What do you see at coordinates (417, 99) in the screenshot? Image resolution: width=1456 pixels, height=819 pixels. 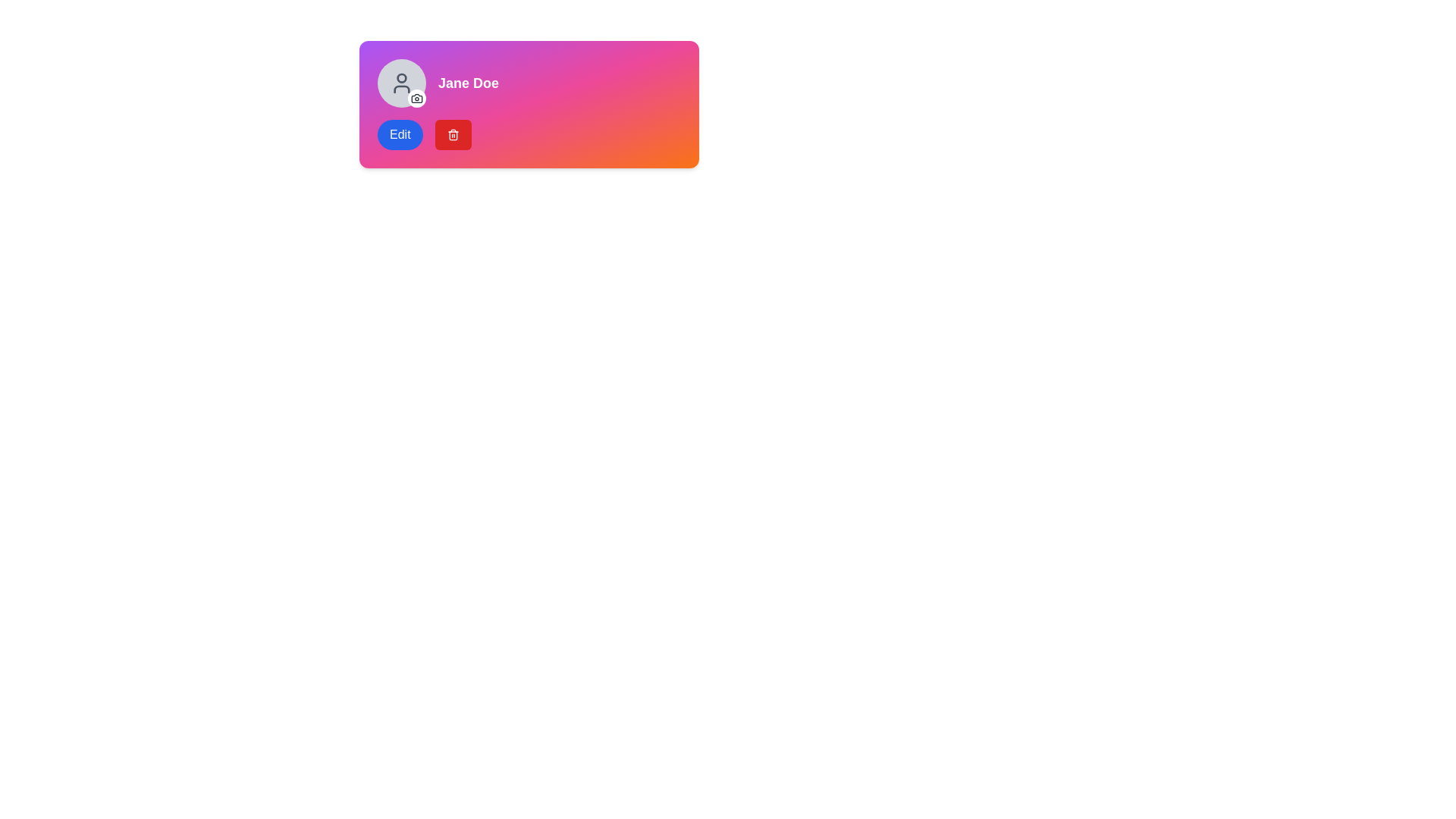 I see `the small circular button with a camera icon located at the bottom-right corner of the user avatar` at bounding box center [417, 99].